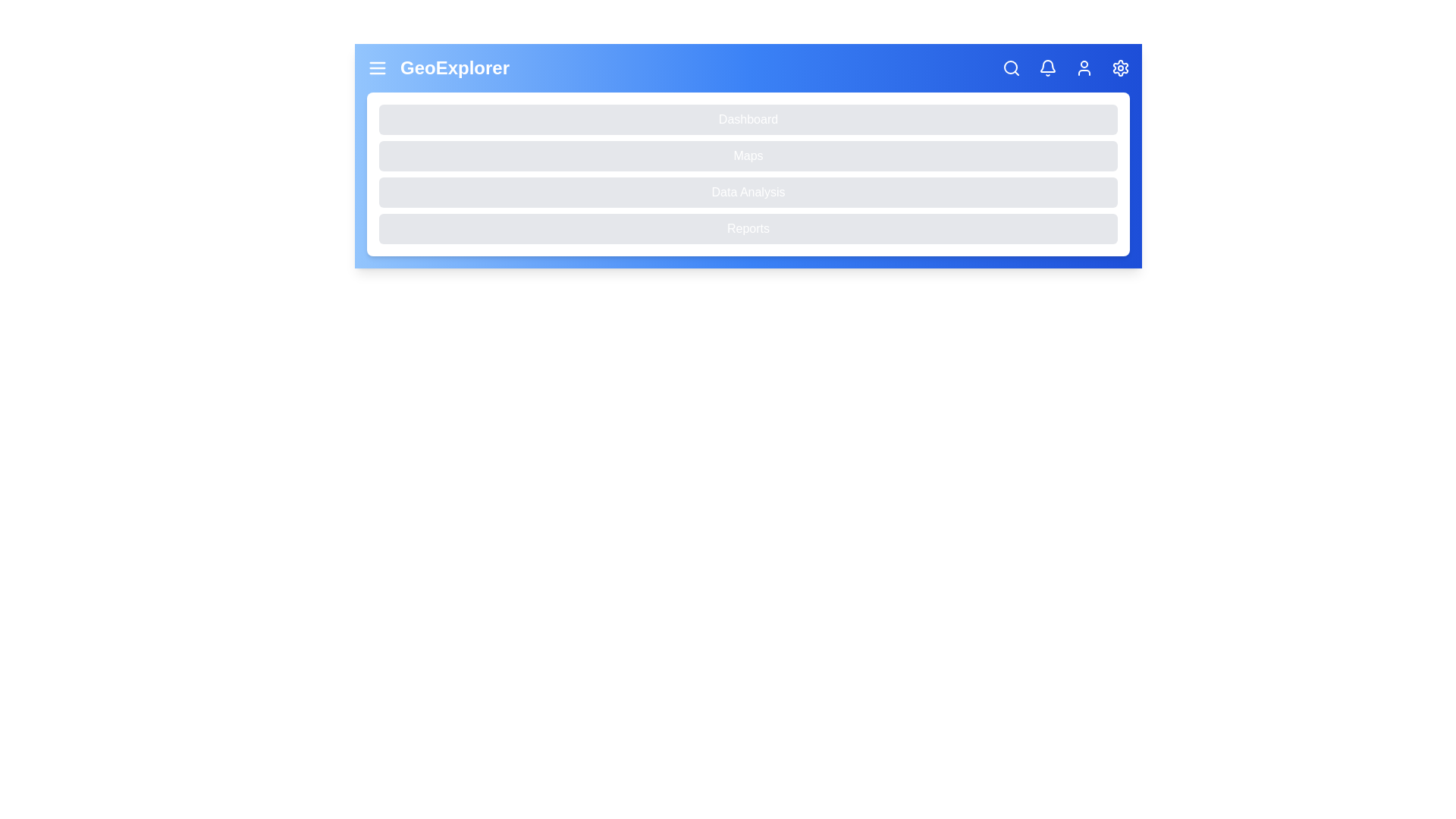  What do you see at coordinates (1121, 67) in the screenshot?
I see `the settings icon to open the settings menu` at bounding box center [1121, 67].